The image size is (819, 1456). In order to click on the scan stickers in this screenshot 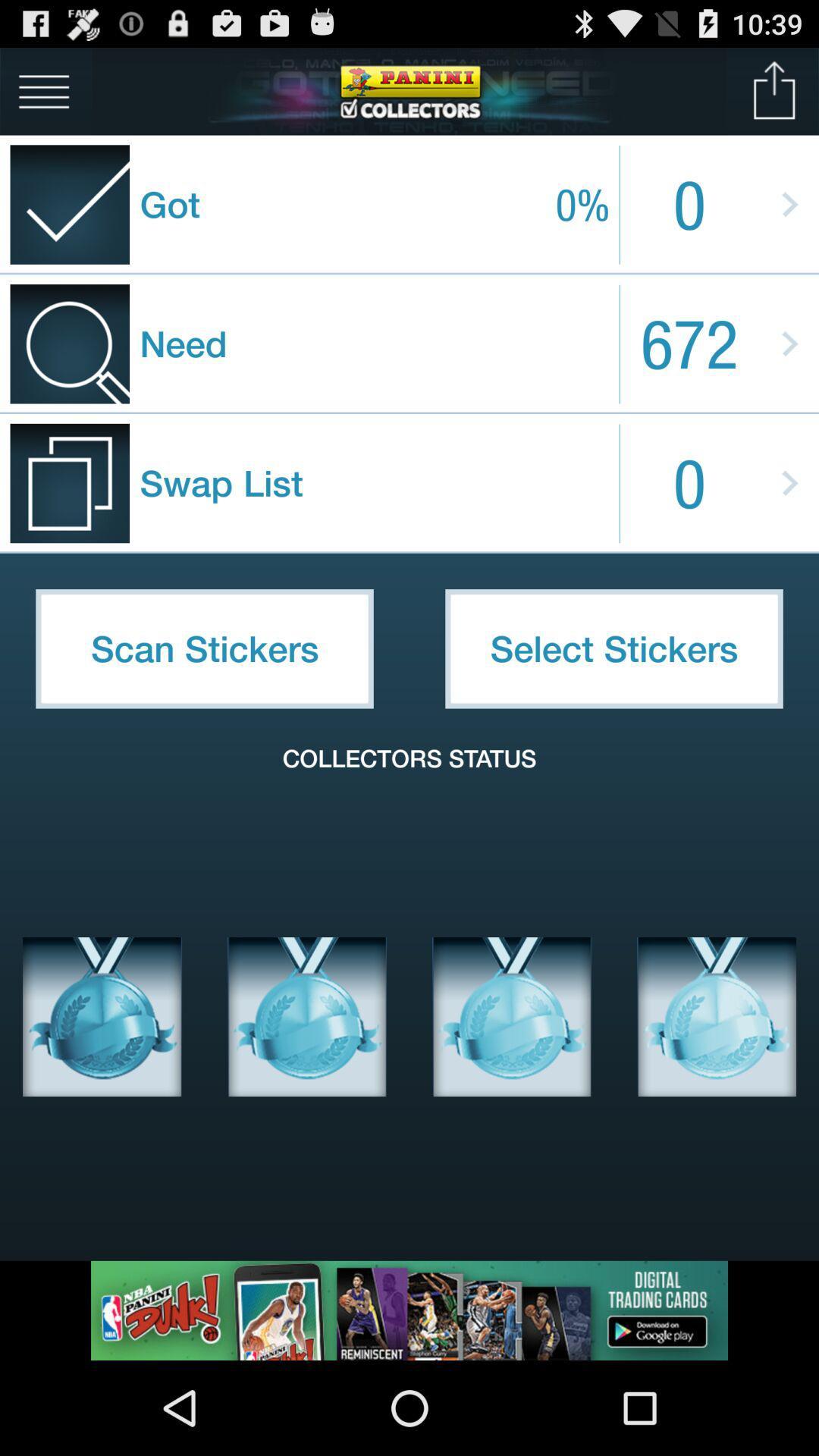, I will do `click(205, 648)`.